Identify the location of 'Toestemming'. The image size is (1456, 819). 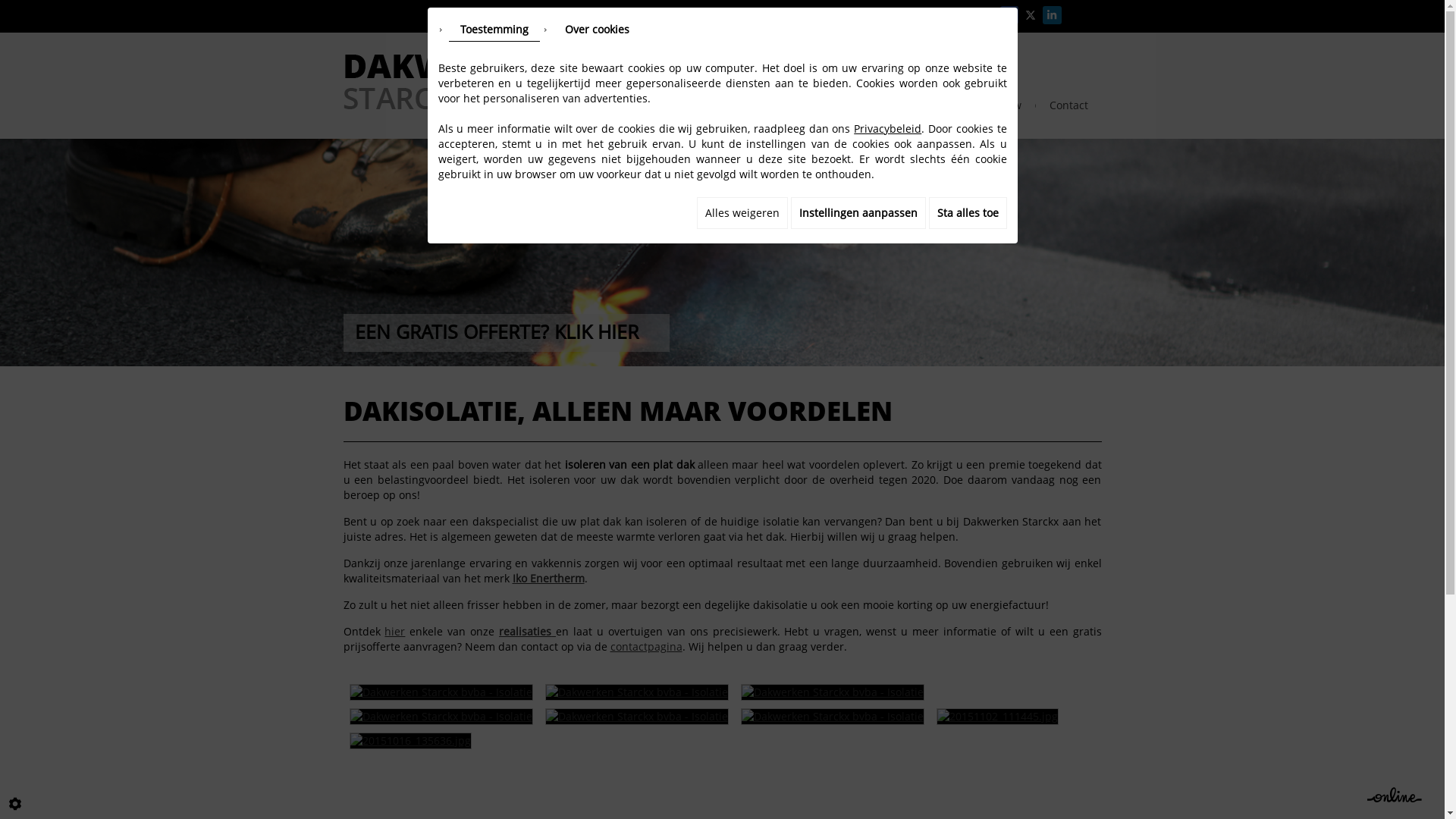
(494, 30).